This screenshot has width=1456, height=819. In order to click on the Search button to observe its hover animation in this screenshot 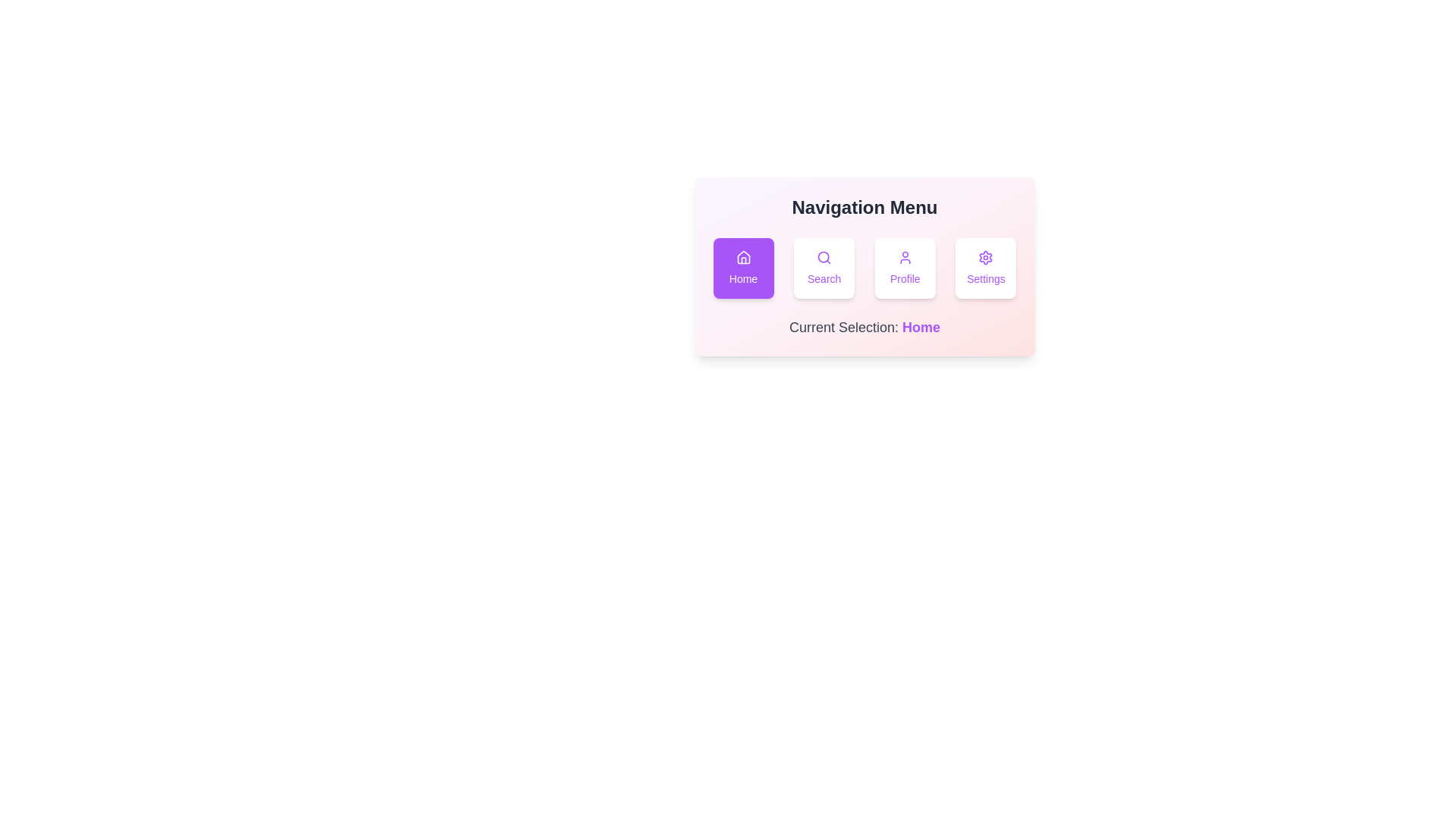, I will do `click(824, 268)`.